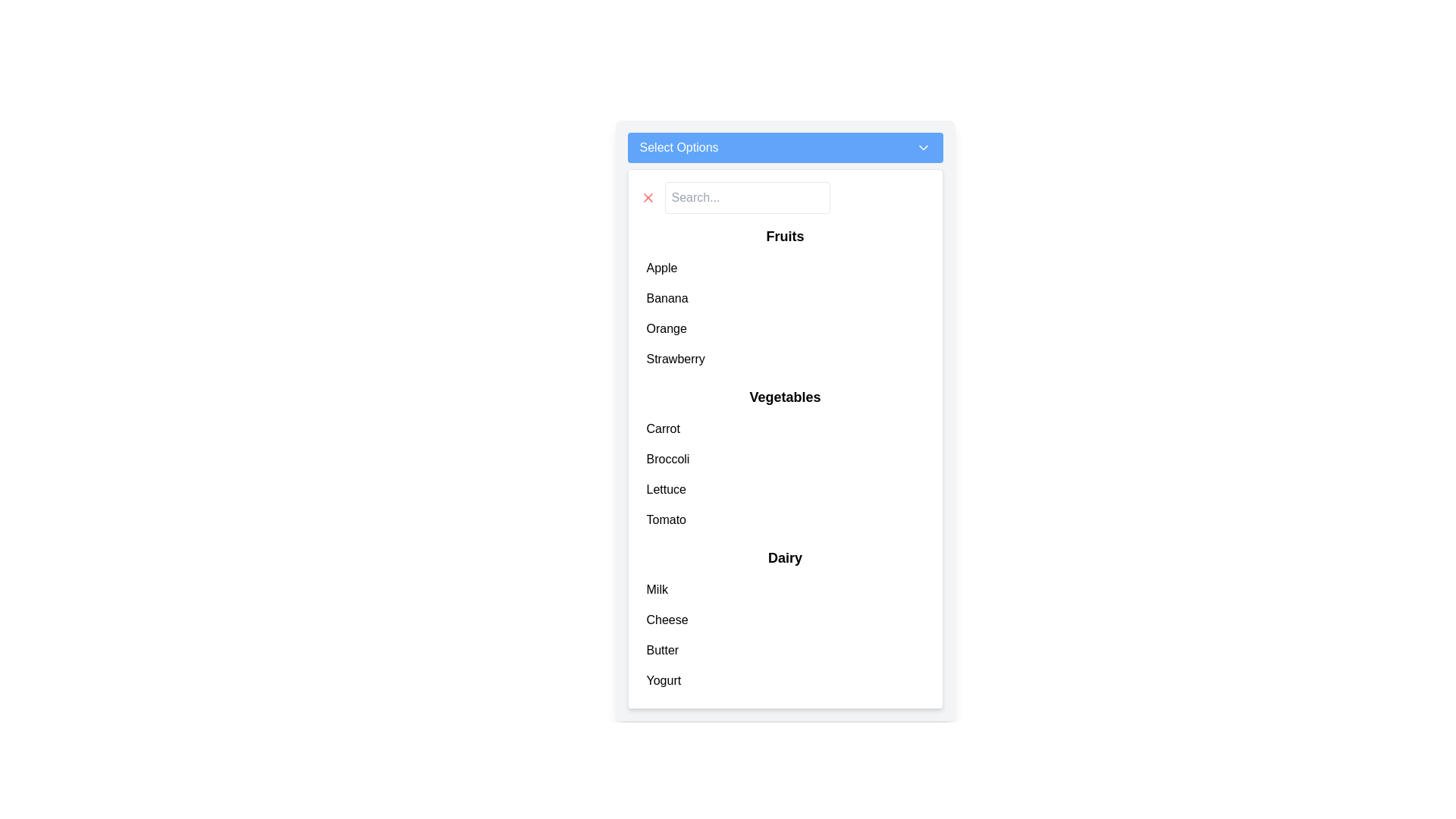 The height and width of the screenshot is (819, 1456). What do you see at coordinates (666, 519) in the screenshot?
I see `the 'Tomato' label, which is the fourth item in the 'Vegetables' dropdown menu` at bounding box center [666, 519].